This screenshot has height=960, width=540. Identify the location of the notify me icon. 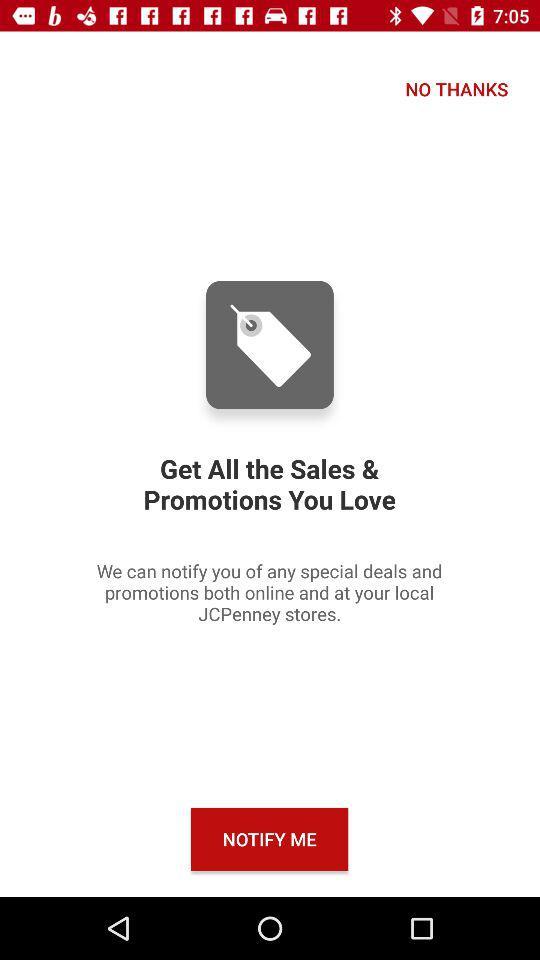
(269, 839).